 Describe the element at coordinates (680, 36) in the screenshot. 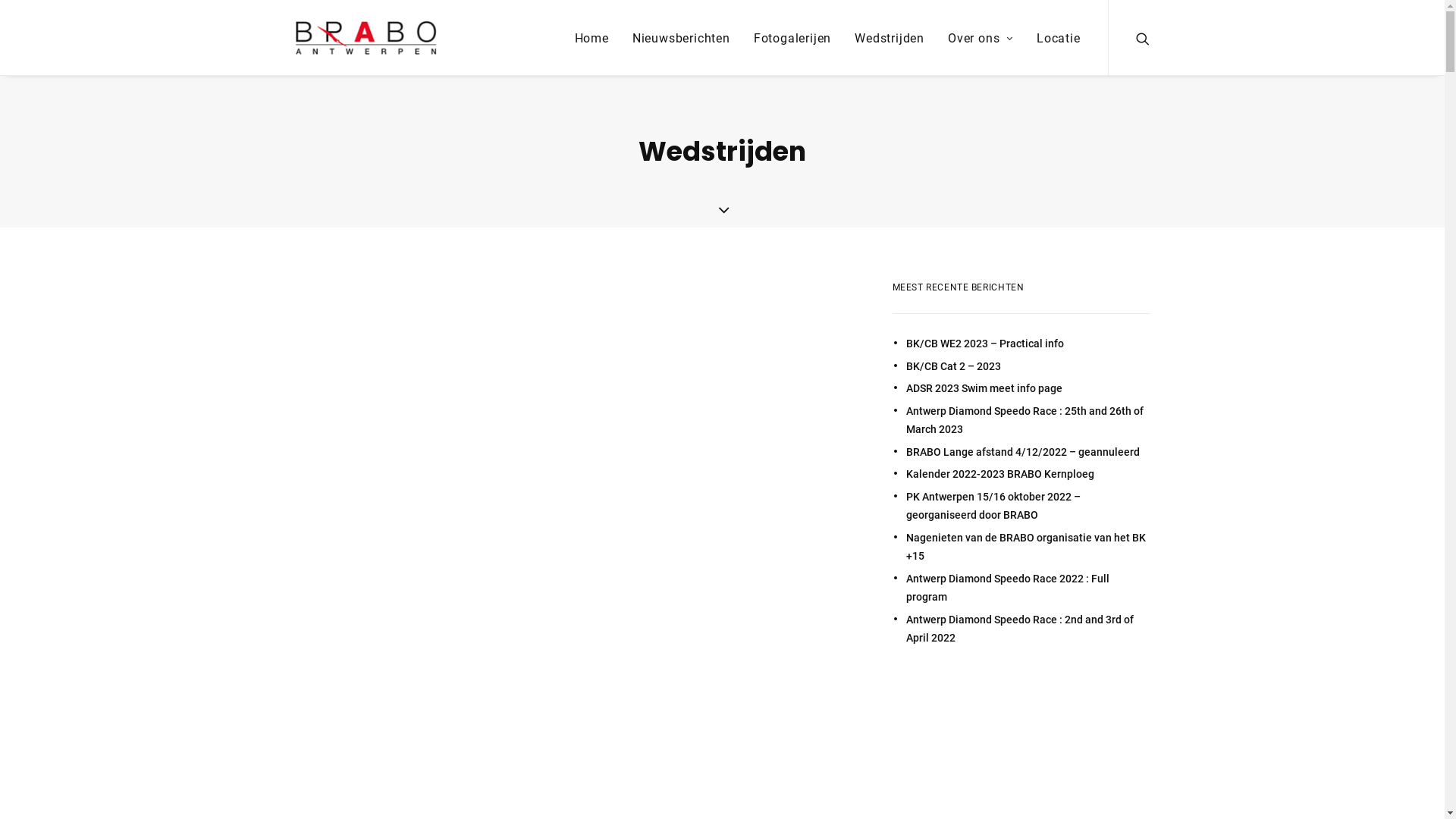

I see `'Nieuwsberichten'` at that location.